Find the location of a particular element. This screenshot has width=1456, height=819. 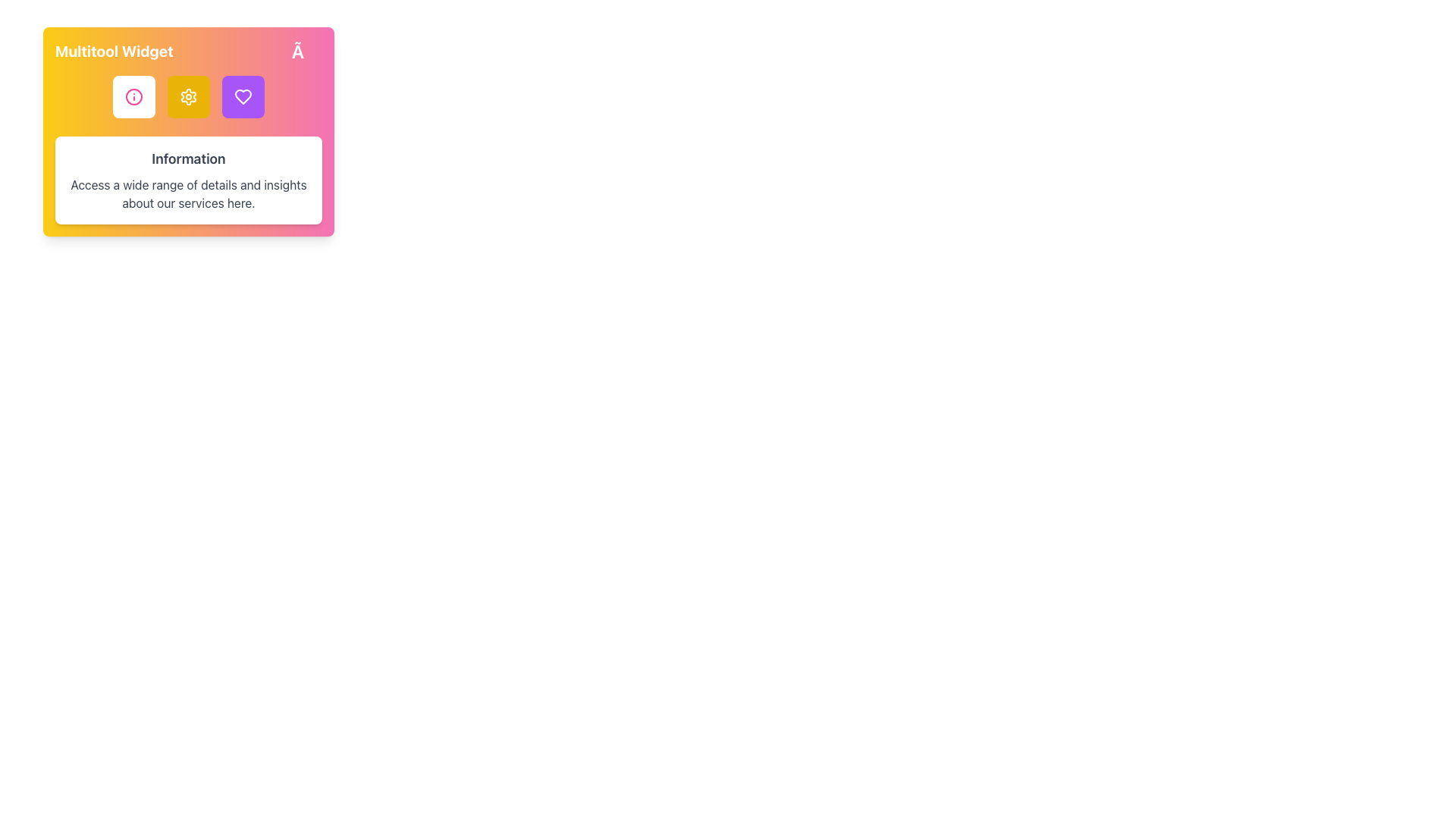

the heart-shaped button with a purple background is located at coordinates (243, 96).